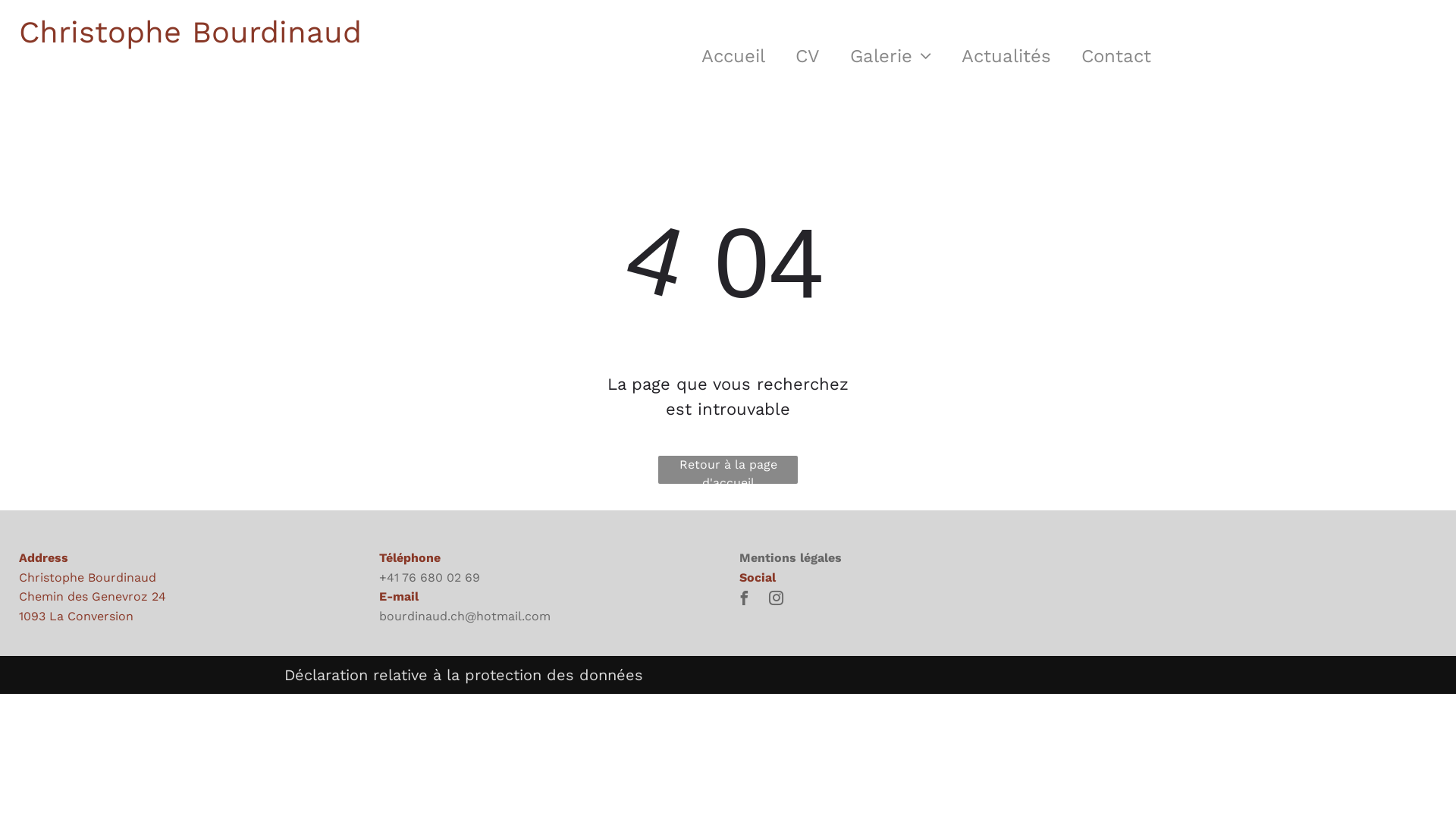  I want to click on 'CV', so click(807, 55).